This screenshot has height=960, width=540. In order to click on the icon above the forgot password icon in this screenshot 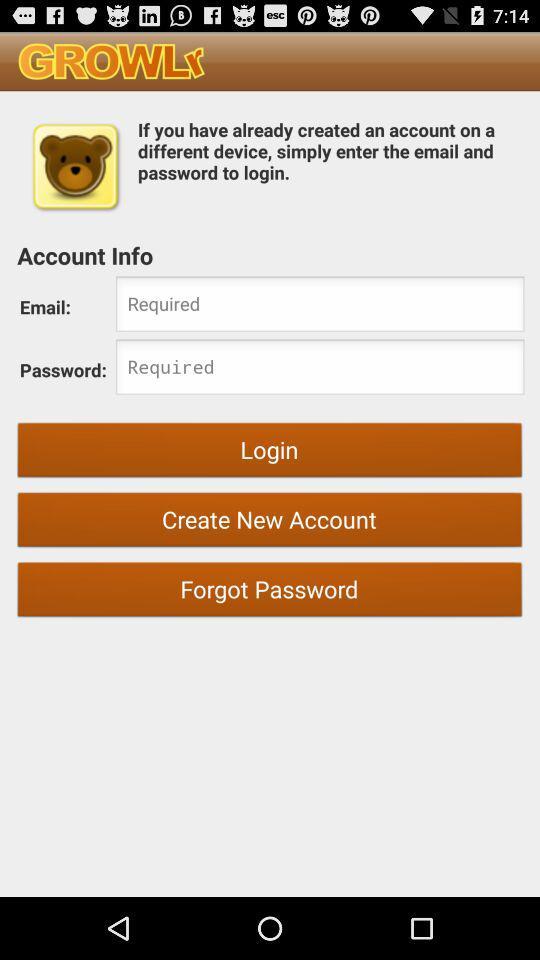, I will do `click(270, 521)`.